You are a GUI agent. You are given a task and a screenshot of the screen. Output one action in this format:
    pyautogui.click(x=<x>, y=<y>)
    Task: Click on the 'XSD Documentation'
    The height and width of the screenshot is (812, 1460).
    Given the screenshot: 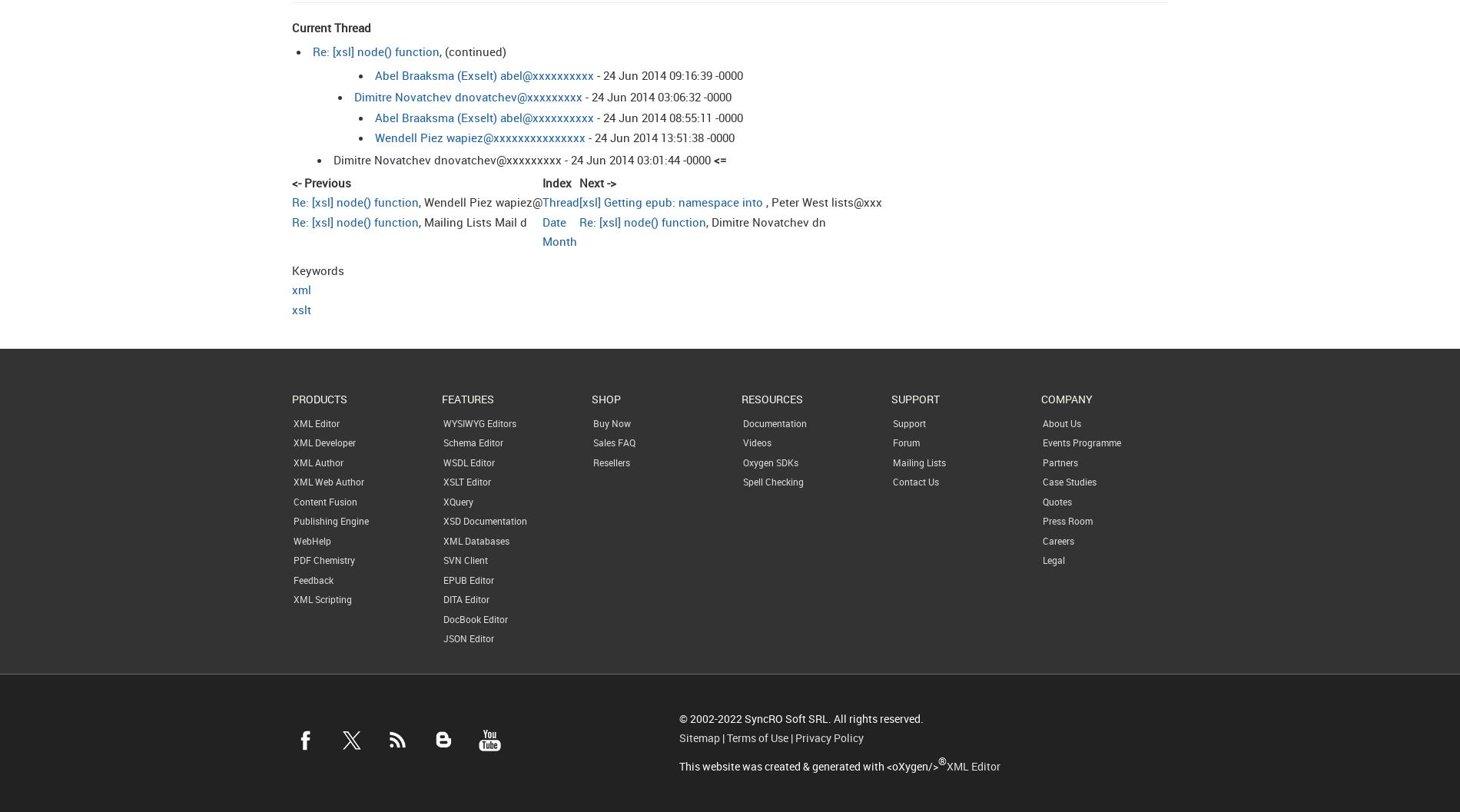 What is the action you would take?
    pyautogui.click(x=485, y=520)
    